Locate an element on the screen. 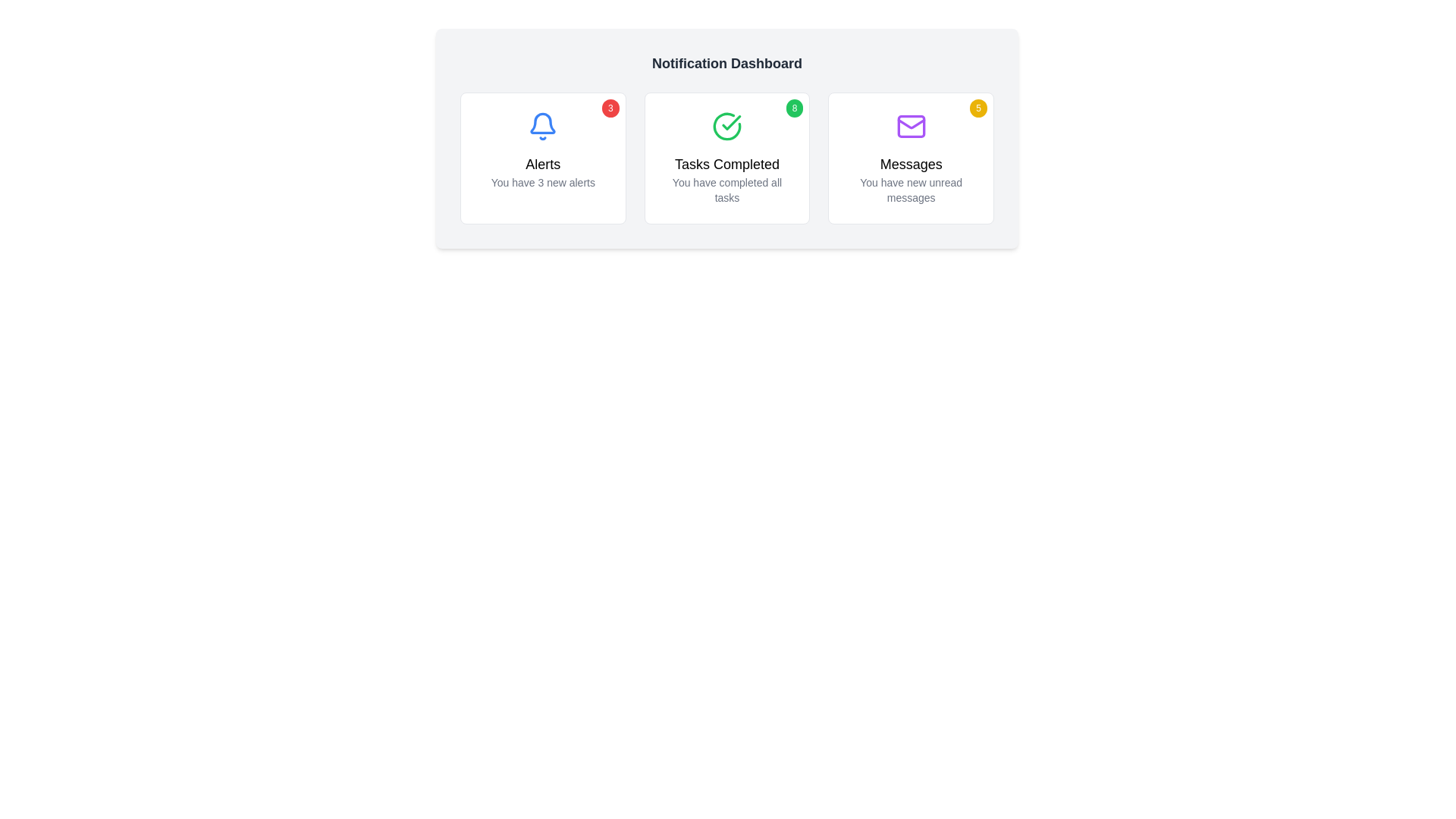  Notification Badge, which is a small red circular badge containing the number '3' in white text, located at the top-right corner of the 'Alerts' card is located at coordinates (610, 107).